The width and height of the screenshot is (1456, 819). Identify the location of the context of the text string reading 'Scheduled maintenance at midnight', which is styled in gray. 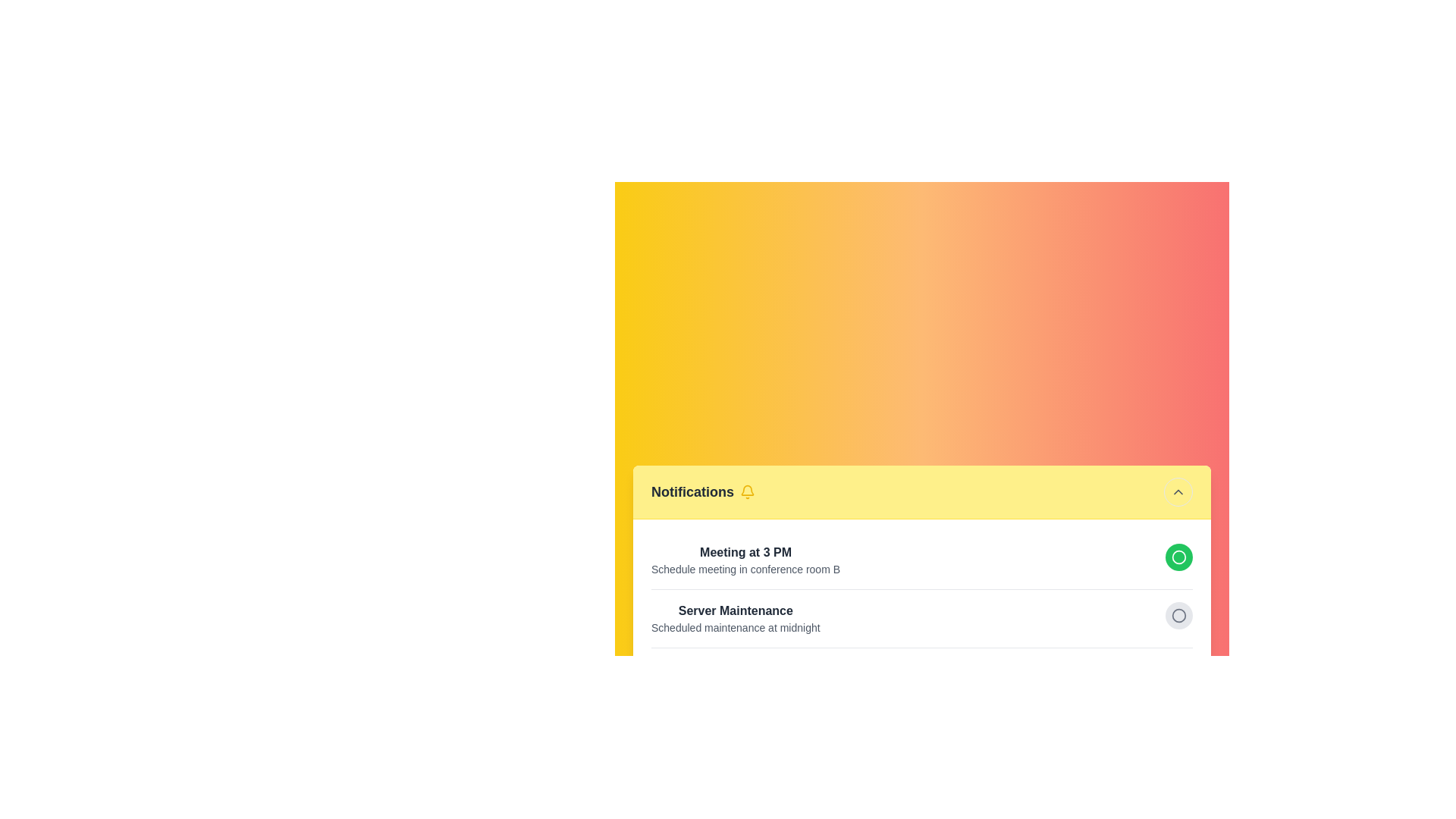
(736, 627).